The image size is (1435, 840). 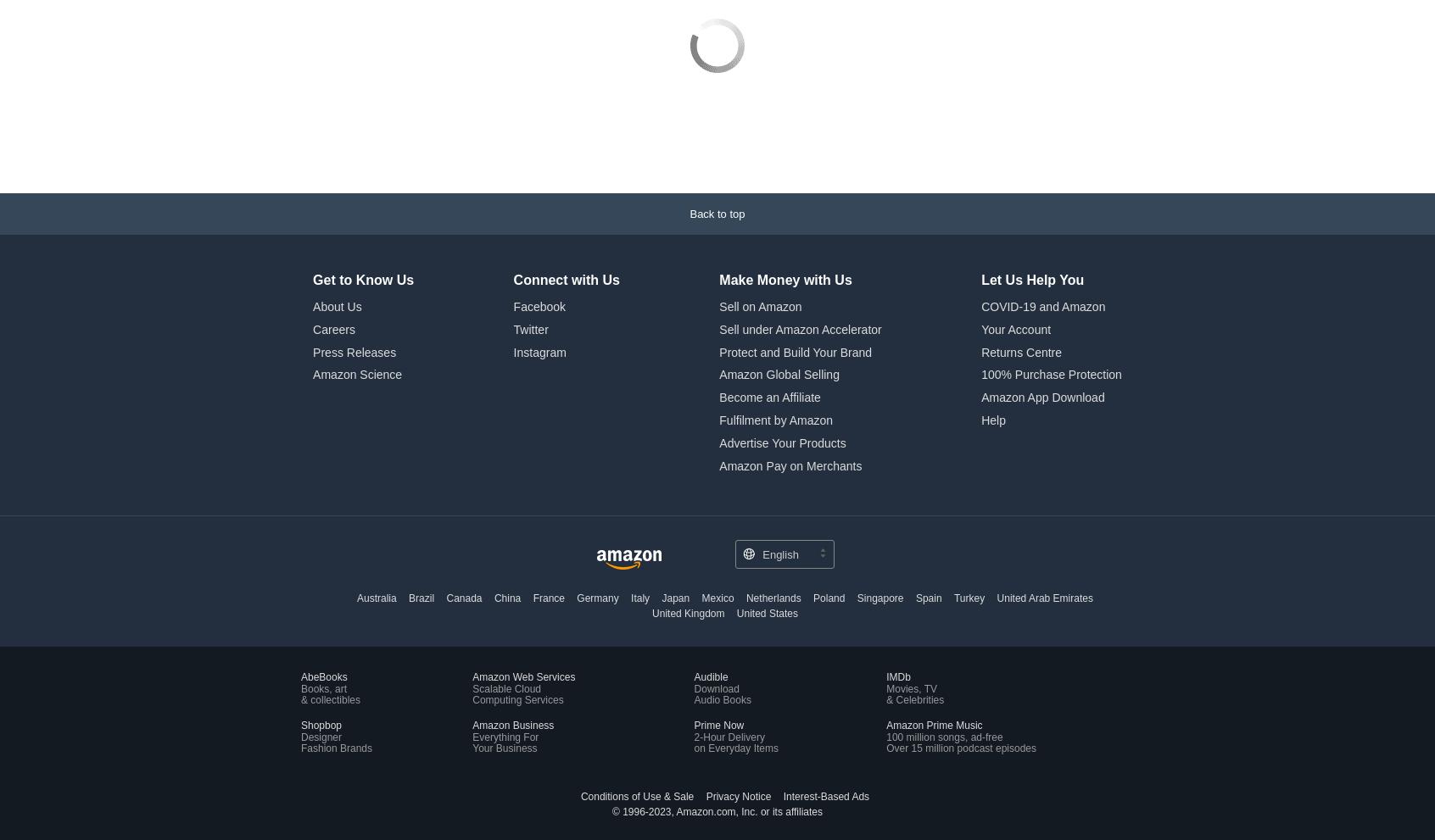 I want to click on 'Twitter', so click(x=529, y=214).